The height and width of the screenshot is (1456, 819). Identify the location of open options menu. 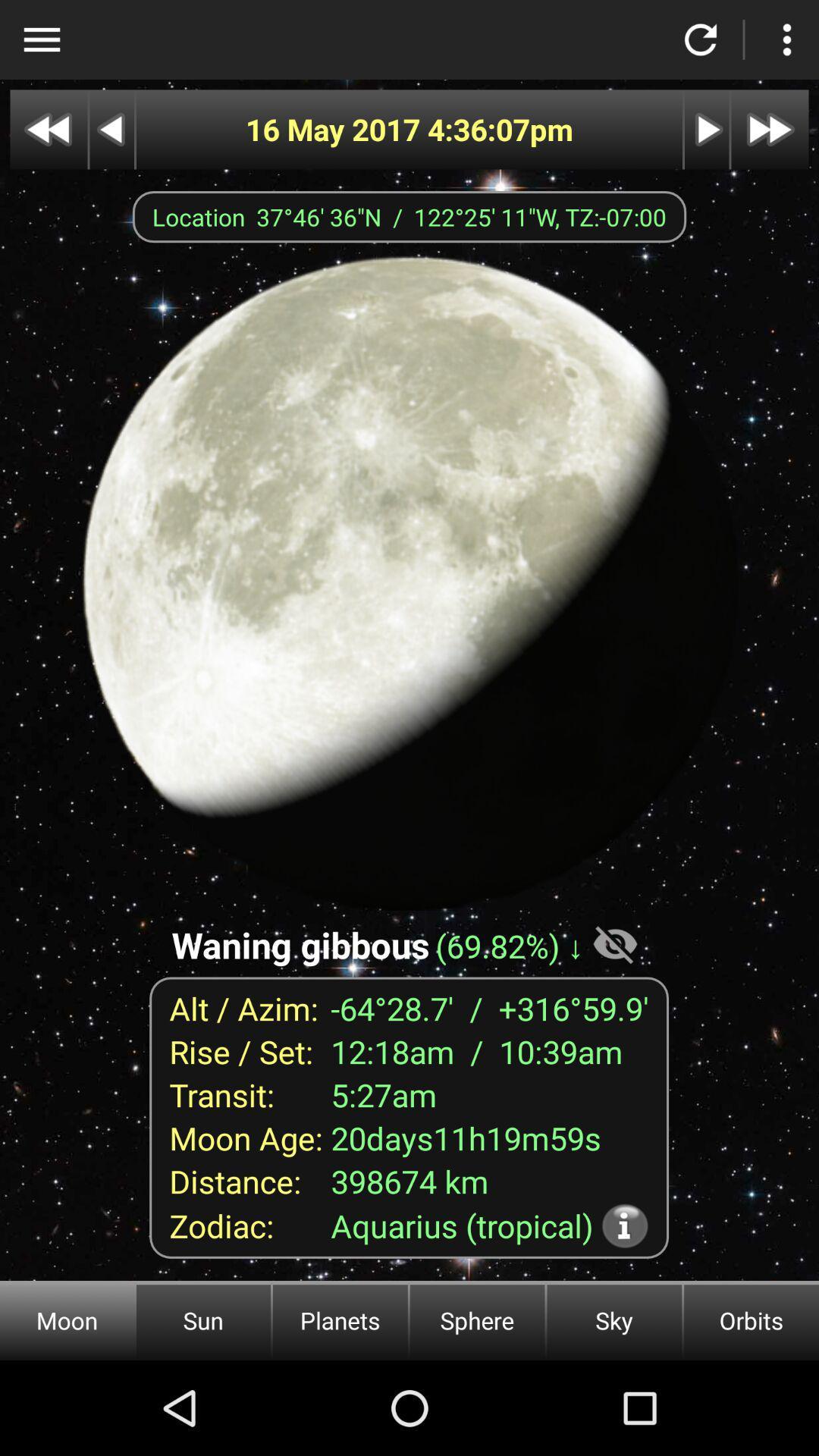
(41, 39).